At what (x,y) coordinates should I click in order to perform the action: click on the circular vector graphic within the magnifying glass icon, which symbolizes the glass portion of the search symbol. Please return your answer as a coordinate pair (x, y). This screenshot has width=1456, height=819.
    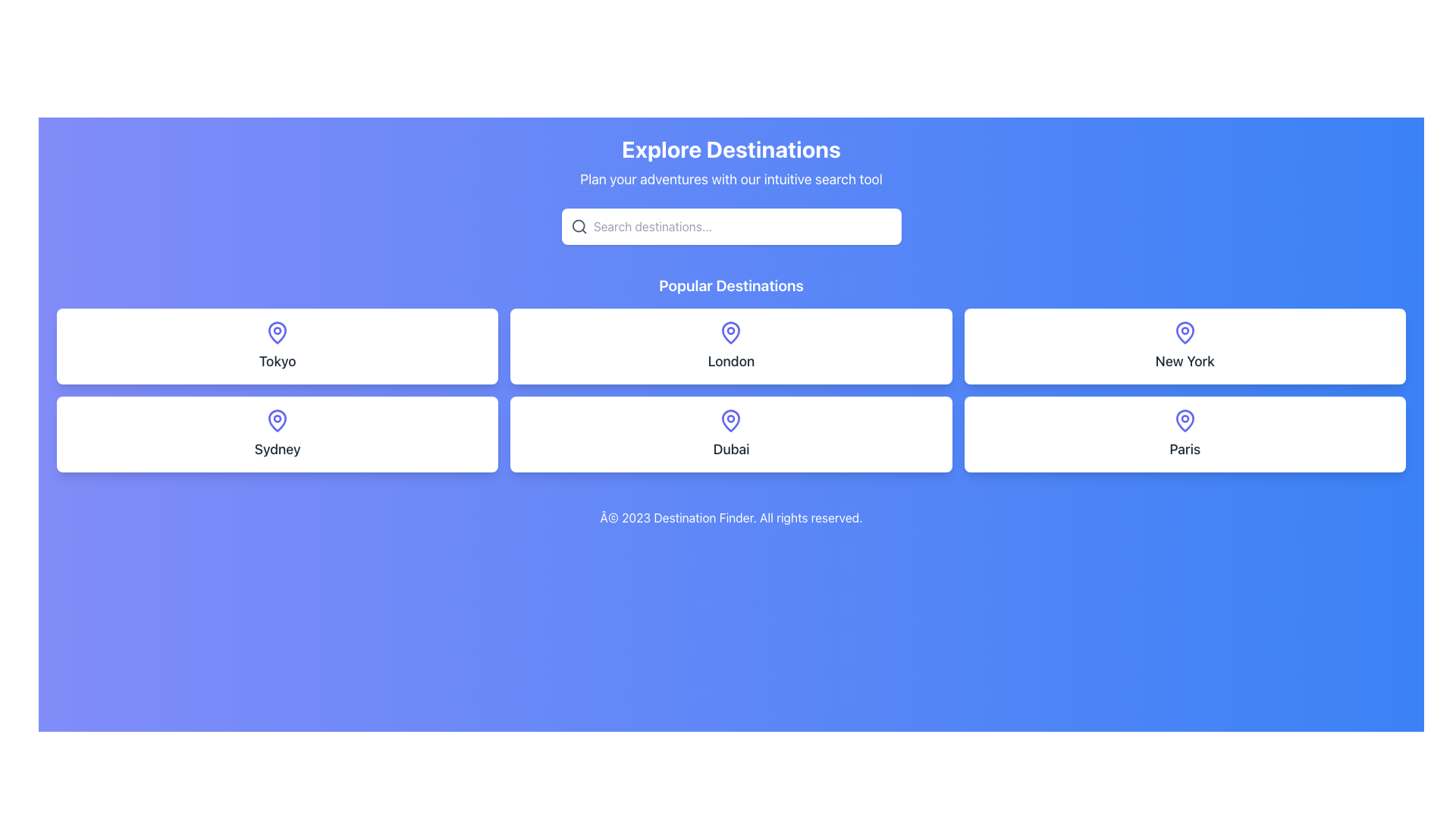
    Looking at the image, I should click on (577, 226).